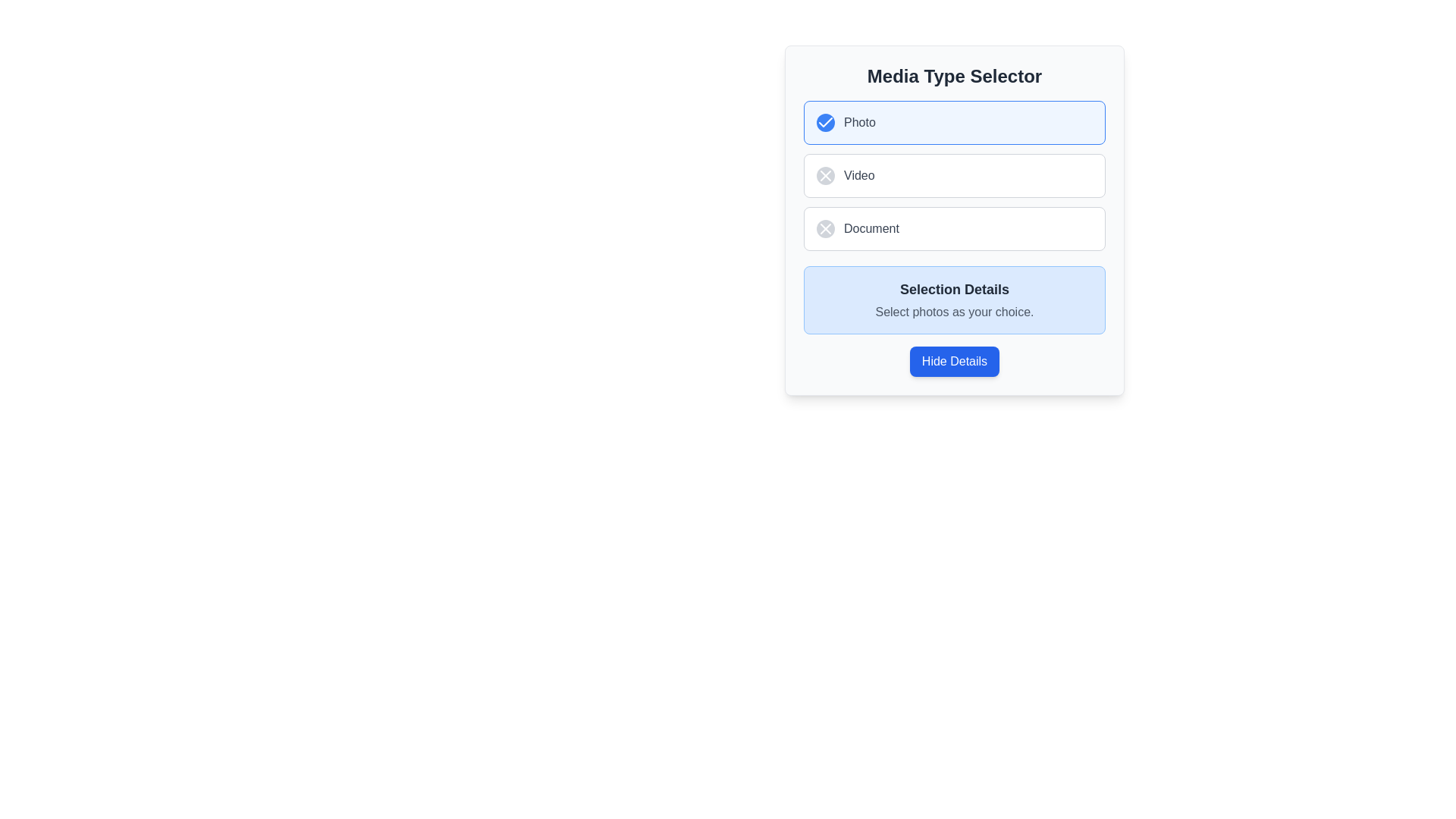  What do you see at coordinates (953, 174) in the screenshot?
I see `the second radio button labeled 'Video' in the 'Media Type Selector' group` at bounding box center [953, 174].